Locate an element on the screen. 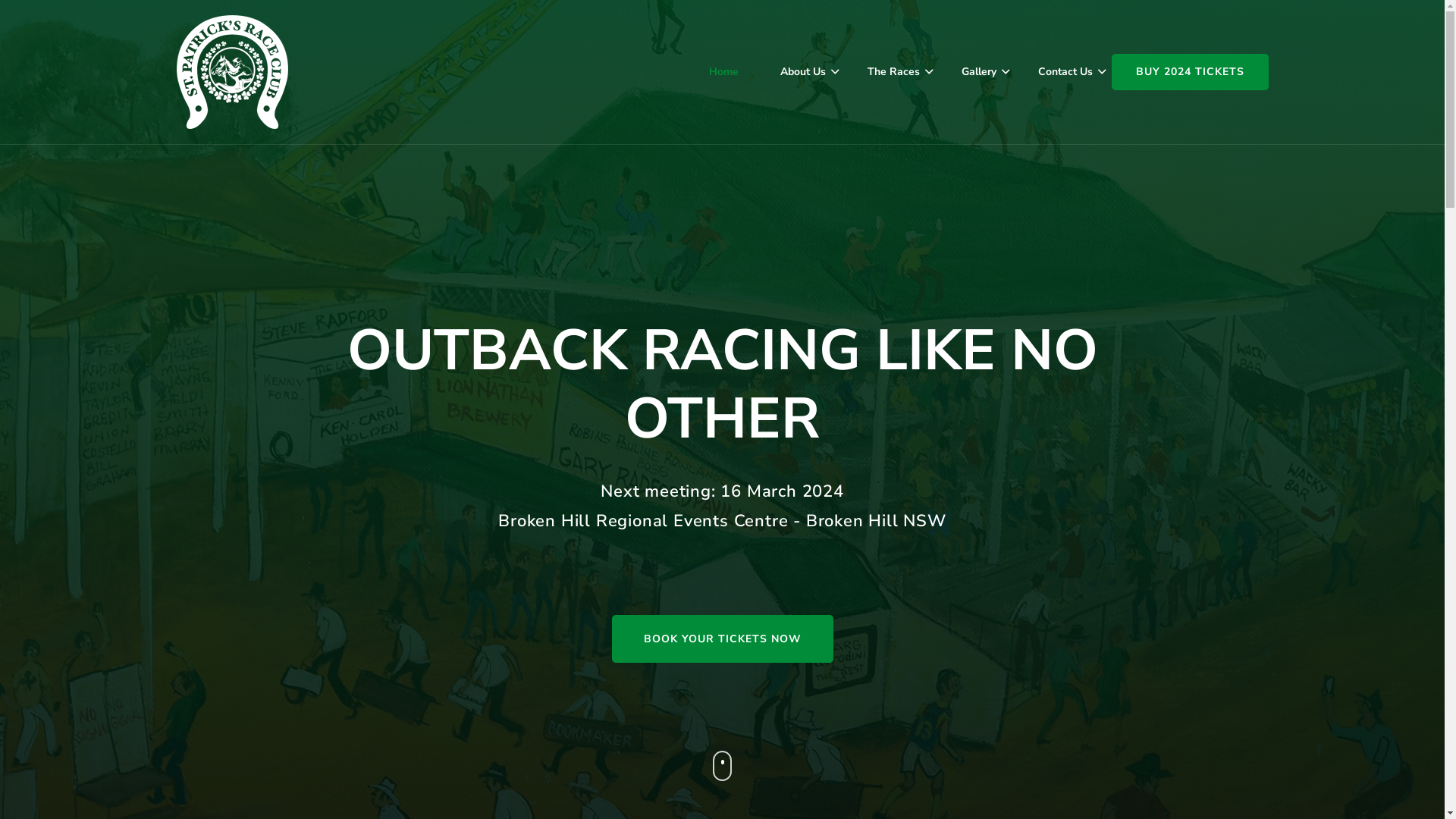 The width and height of the screenshot is (1456, 819). 'BUY 2024 TICKETS' is located at coordinates (1189, 72).